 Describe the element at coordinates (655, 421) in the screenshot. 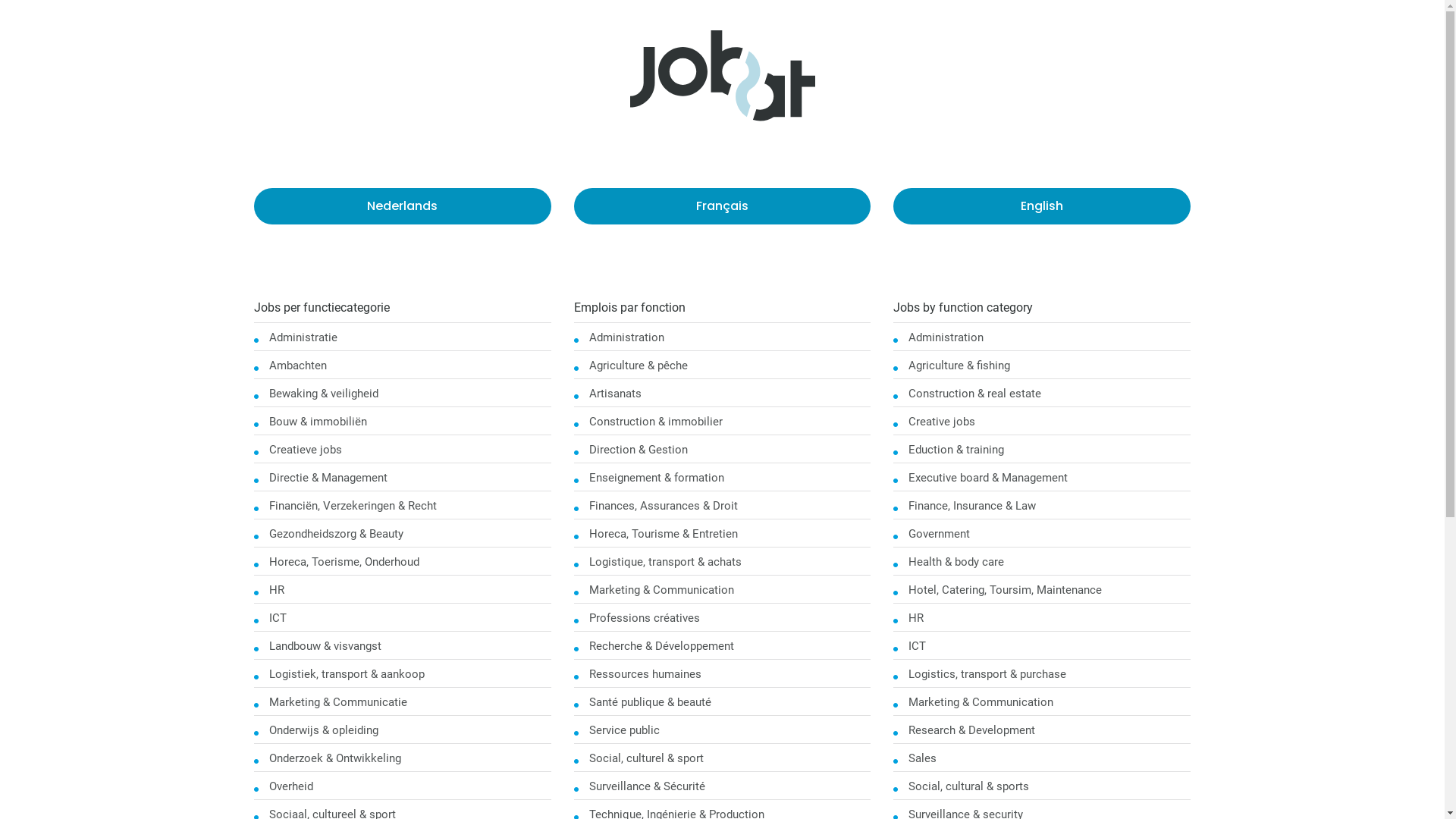

I see `'Construction & immobilier'` at that location.